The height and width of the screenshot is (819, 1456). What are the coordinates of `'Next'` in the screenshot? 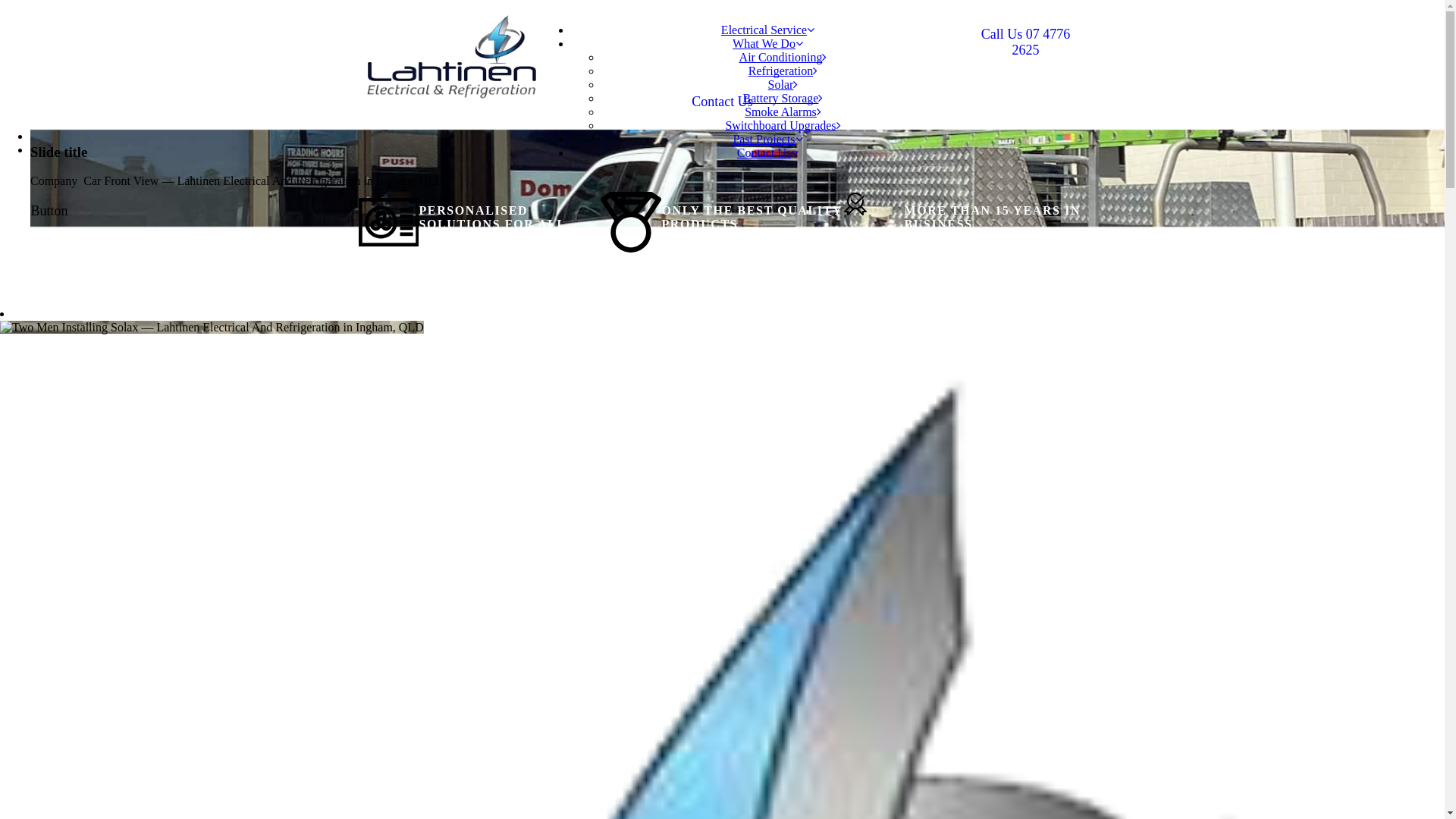 It's located at (42, 149).